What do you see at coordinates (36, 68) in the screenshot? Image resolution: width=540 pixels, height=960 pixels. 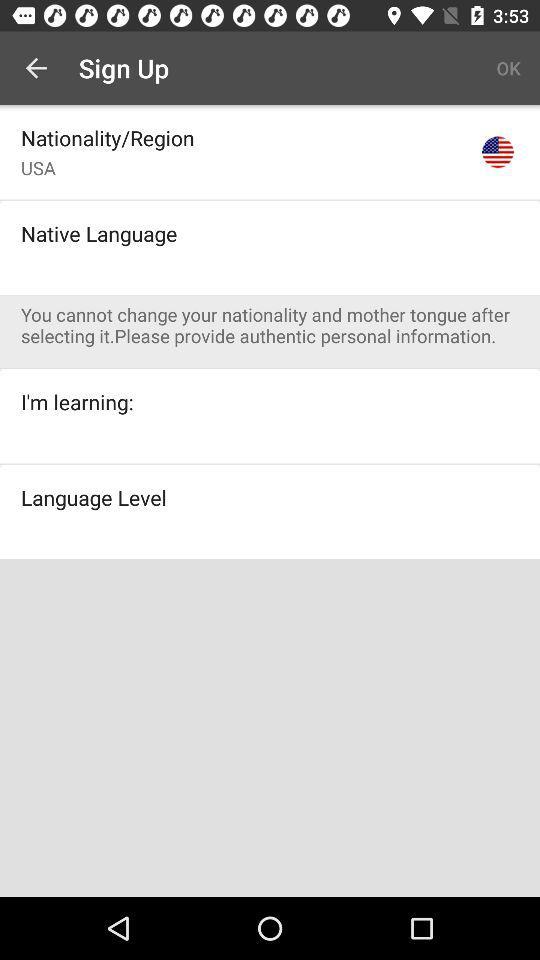 I see `app next to the sign up app` at bounding box center [36, 68].